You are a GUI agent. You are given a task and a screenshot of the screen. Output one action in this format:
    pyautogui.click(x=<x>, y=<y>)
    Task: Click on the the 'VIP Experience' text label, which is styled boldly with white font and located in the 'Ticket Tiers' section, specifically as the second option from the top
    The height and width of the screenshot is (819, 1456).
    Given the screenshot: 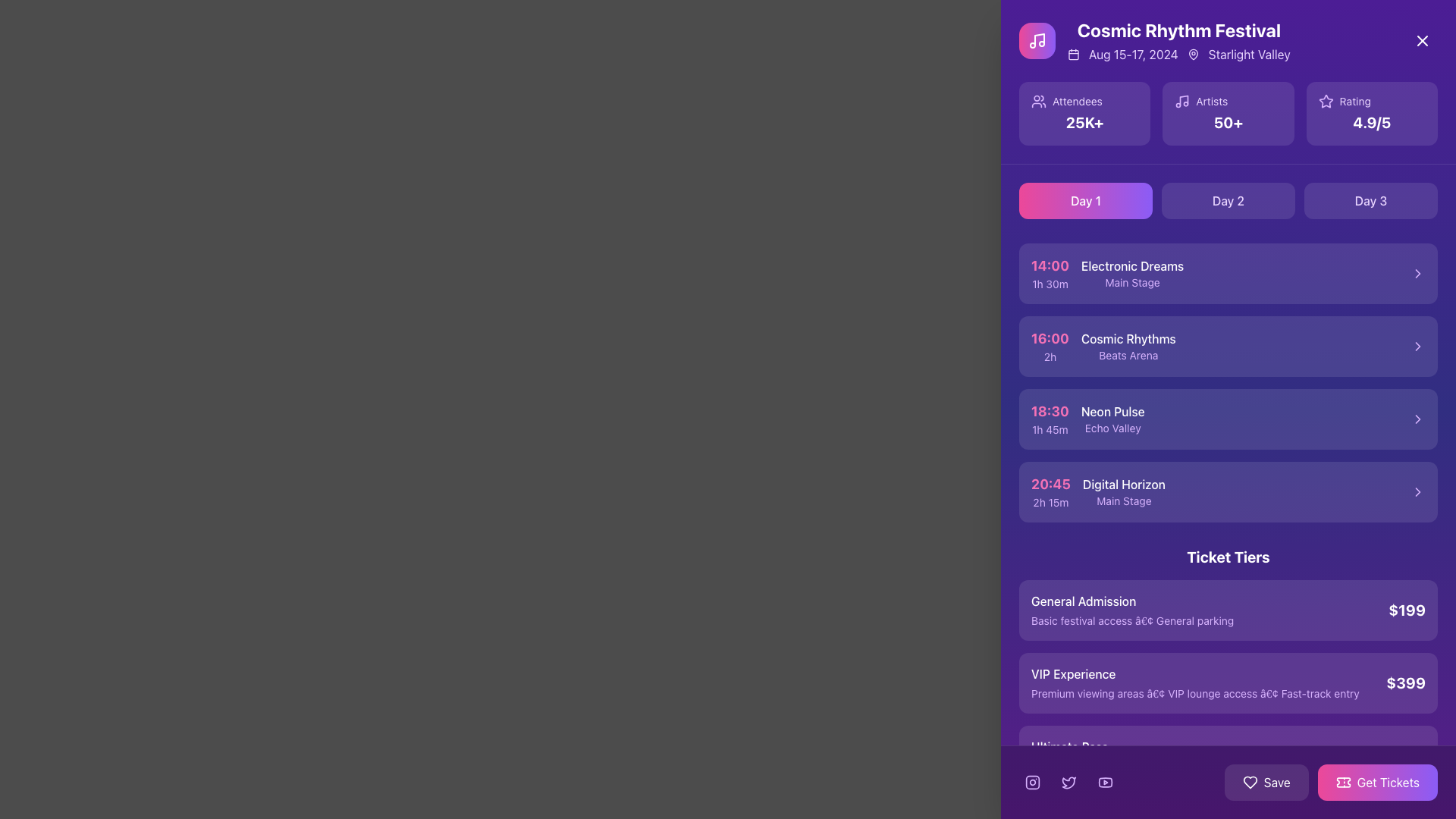 What is the action you would take?
    pyautogui.click(x=1194, y=683)
    